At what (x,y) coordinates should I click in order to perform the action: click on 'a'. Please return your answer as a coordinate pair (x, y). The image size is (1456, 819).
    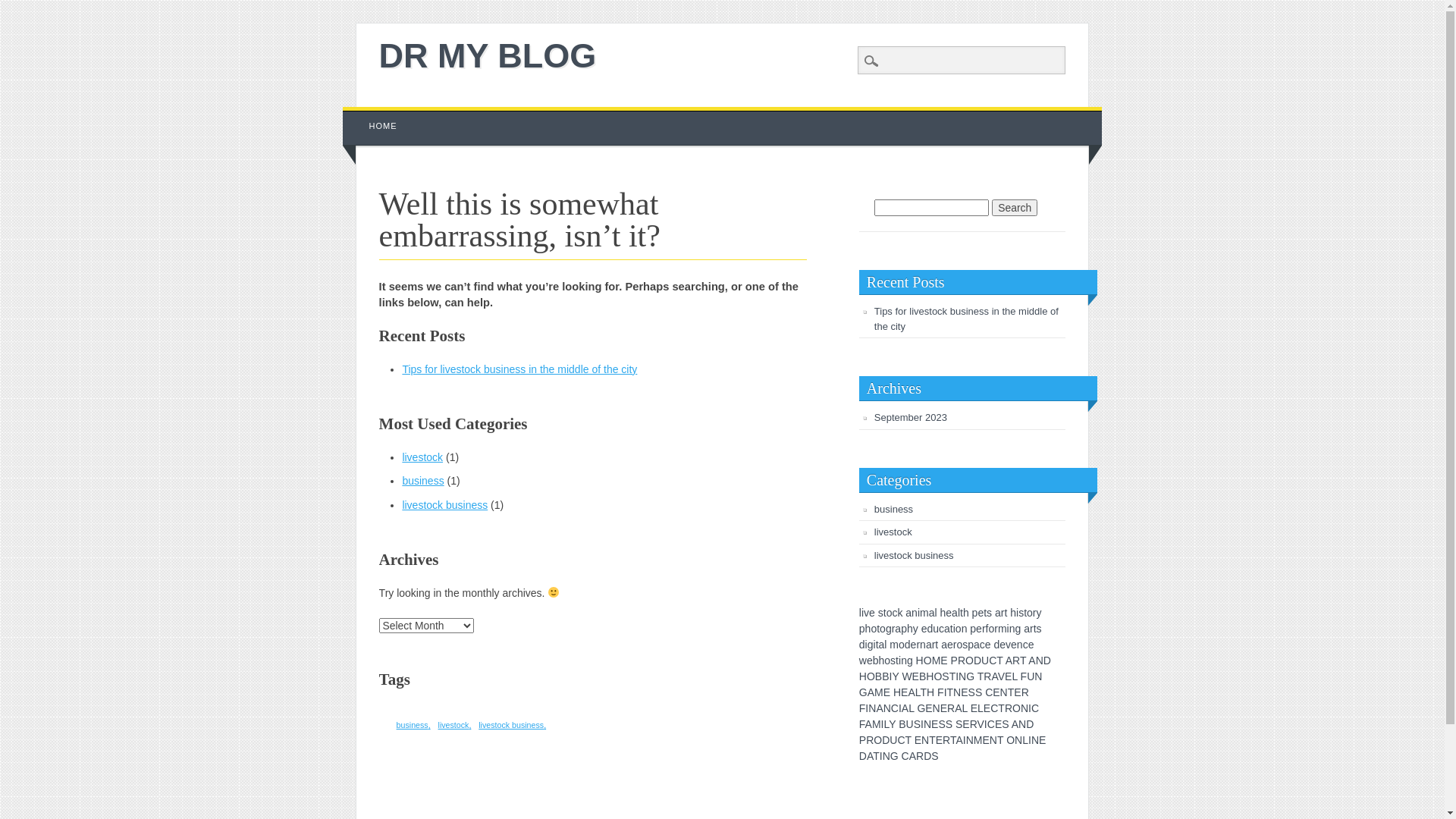
    Looking at the image, I should click on (927, 644).